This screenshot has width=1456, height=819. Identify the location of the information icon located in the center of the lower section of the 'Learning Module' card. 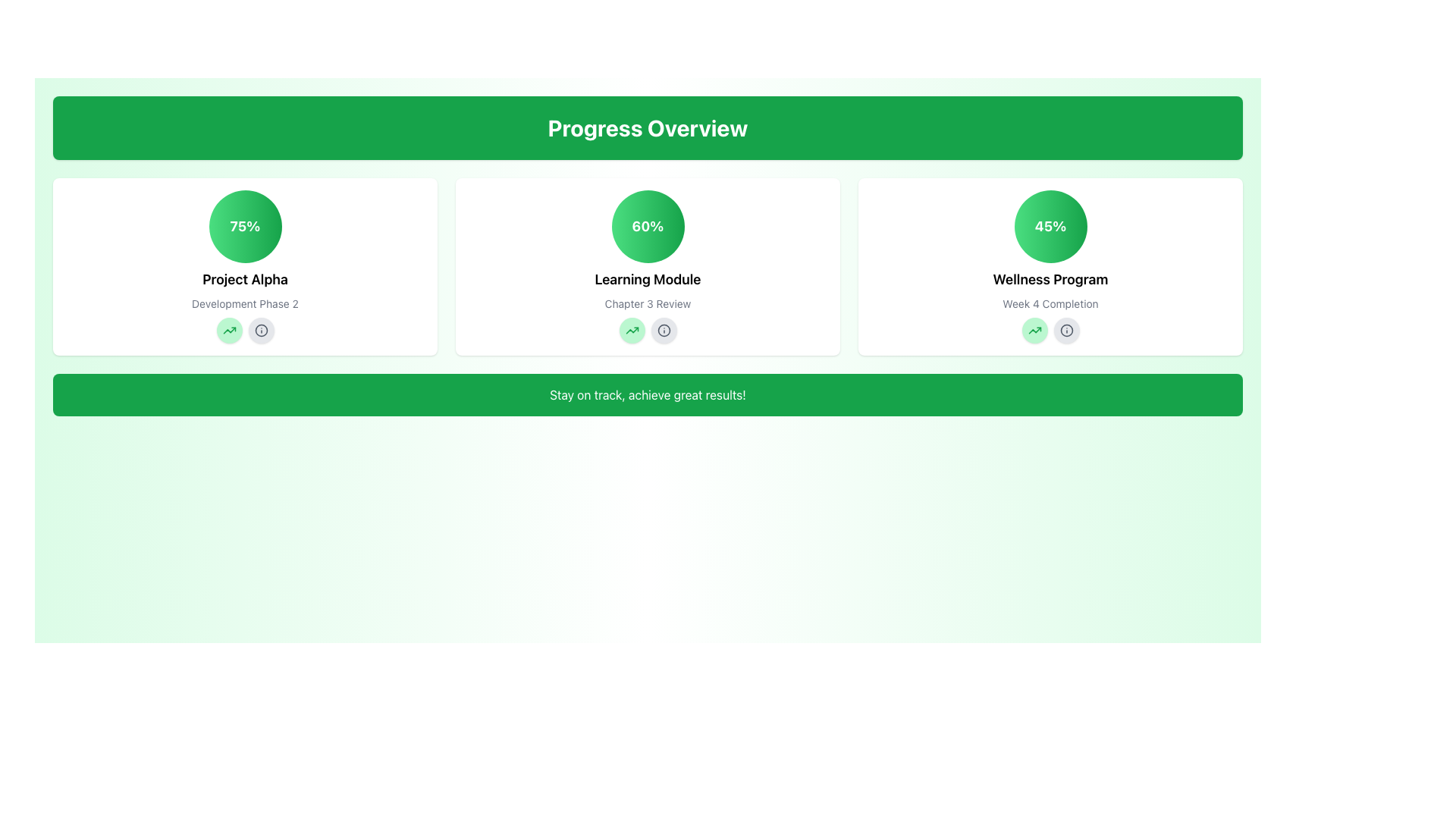
(664, 329).